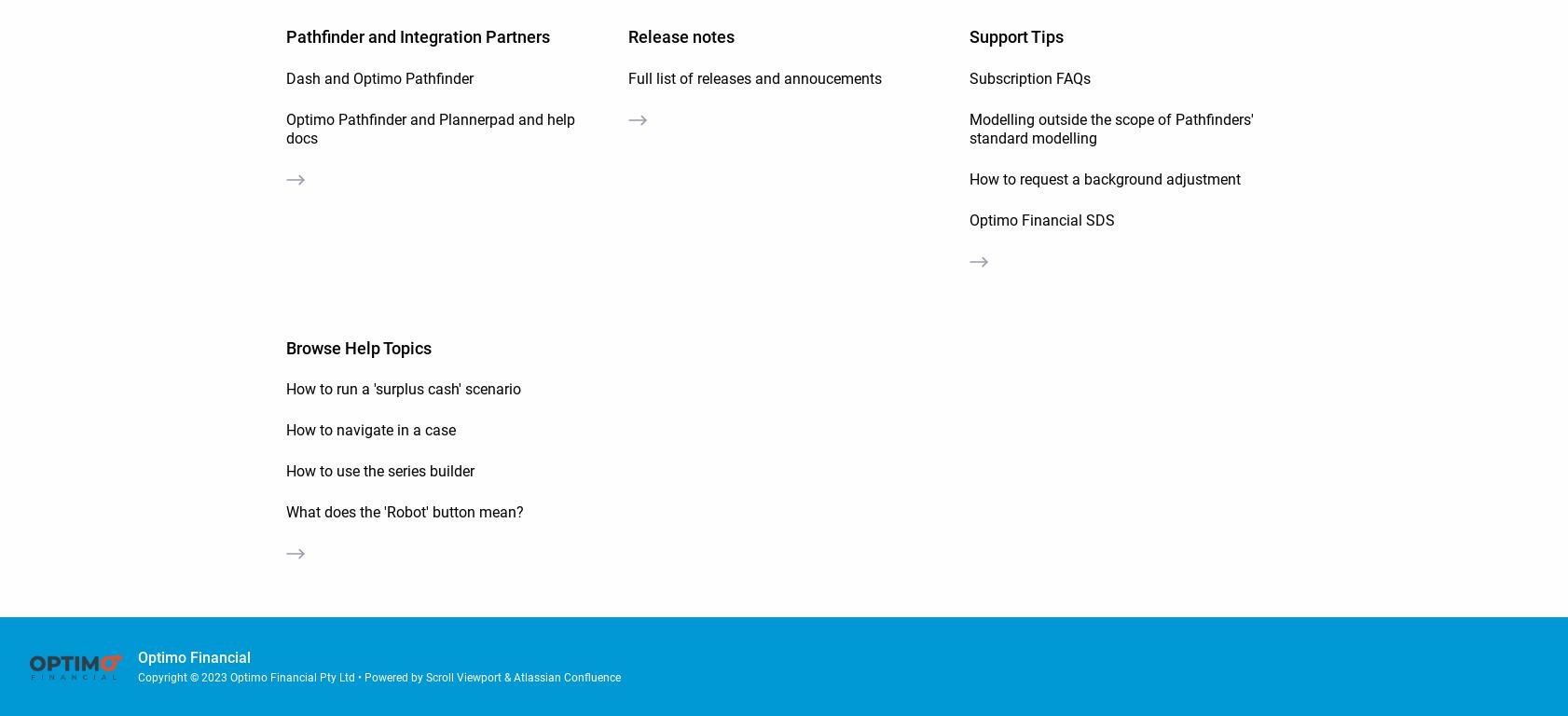 This screenshot has width=1568, height=716. Describe the element at coordinates (1104, 178) in the screenshot. I see `'How to request a background adjustment'` at that location.